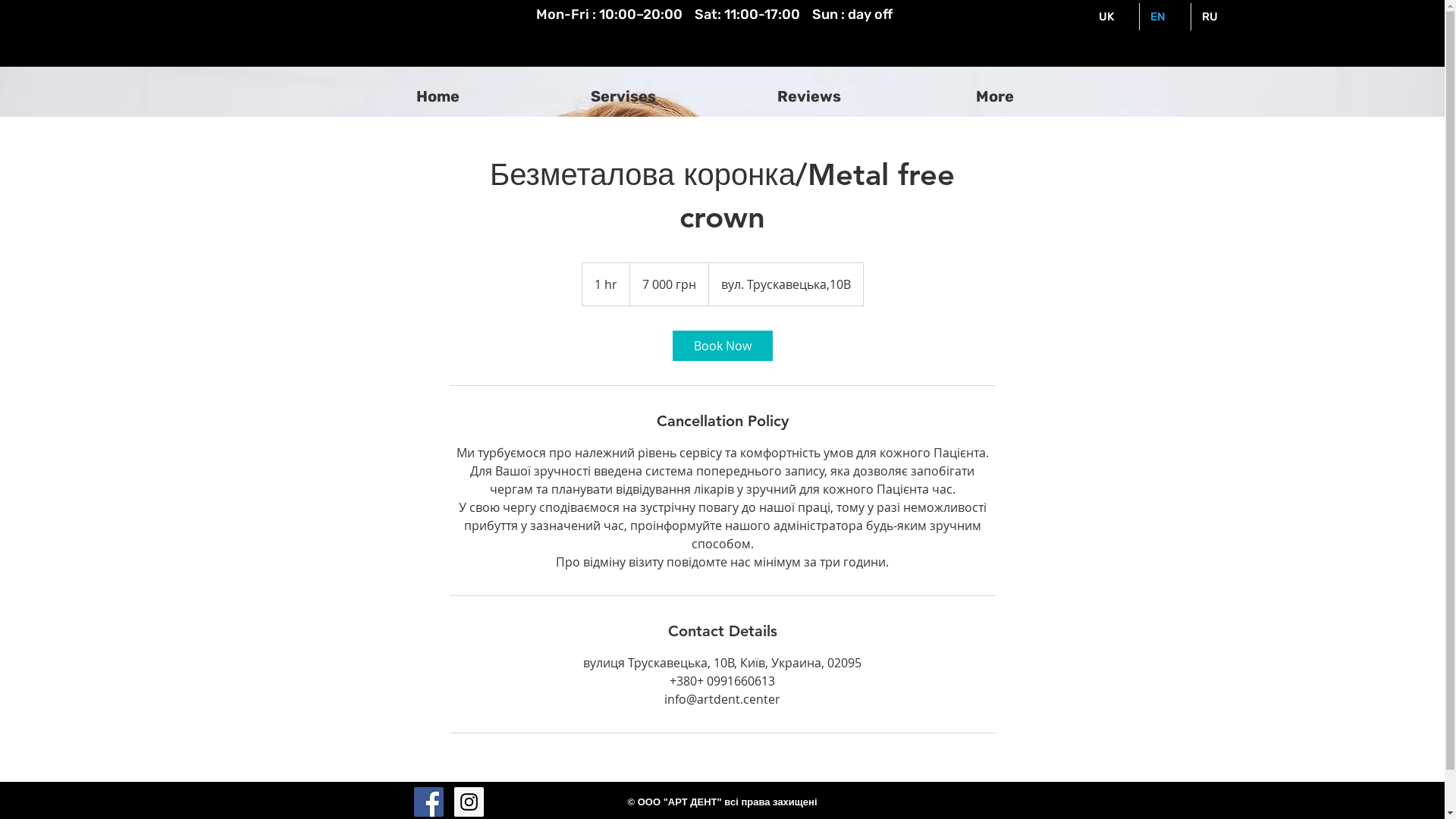 Image resolution: width=1456 pixels, height=819 pixels. What do you see at coordinates (344, 96) in the screenshot?
I see `'Home'` at bounding box center [344, 96].